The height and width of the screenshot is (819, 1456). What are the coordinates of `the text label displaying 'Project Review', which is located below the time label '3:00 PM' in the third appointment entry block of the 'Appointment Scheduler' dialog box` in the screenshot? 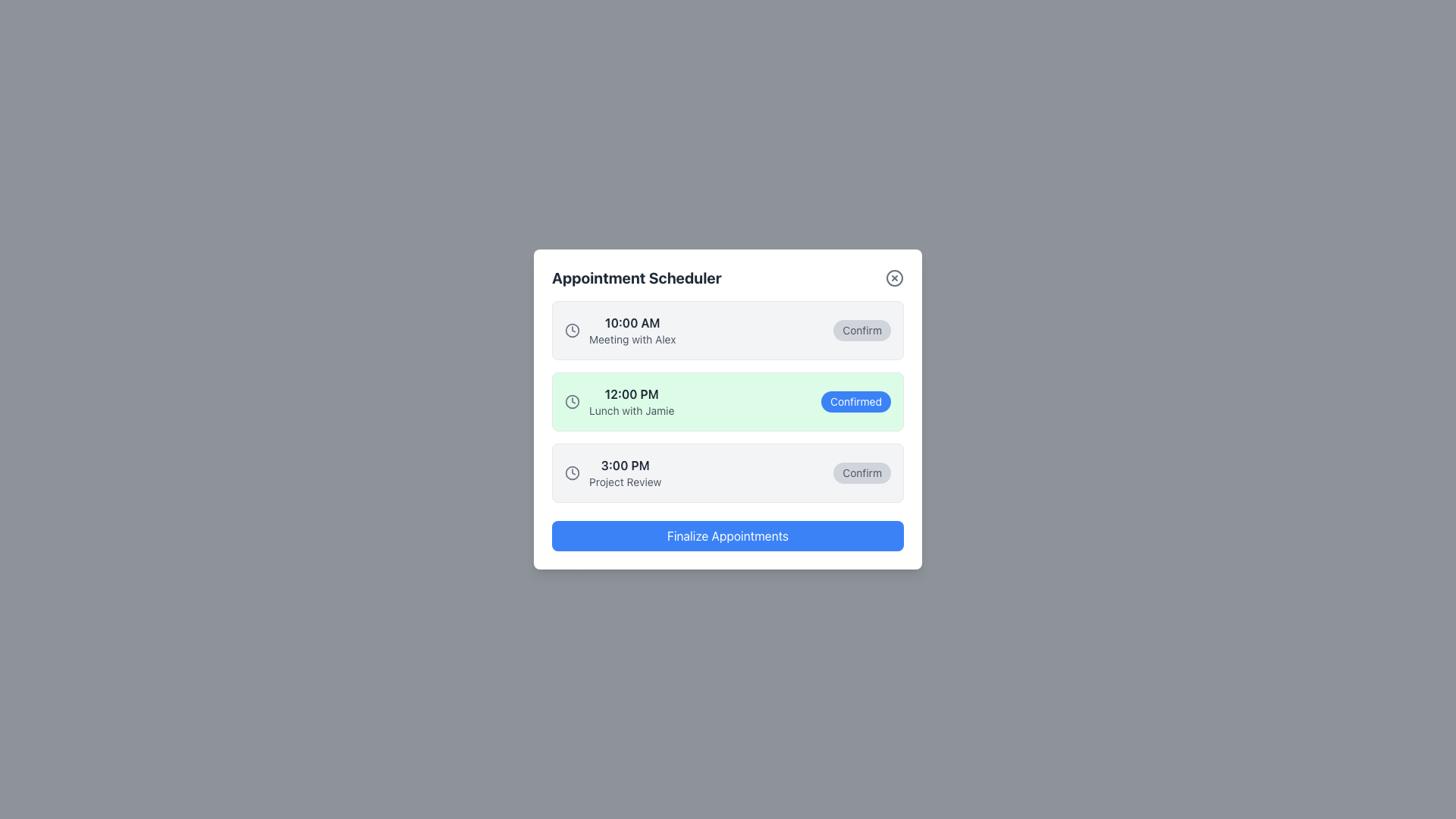 It's located at (625, 482).